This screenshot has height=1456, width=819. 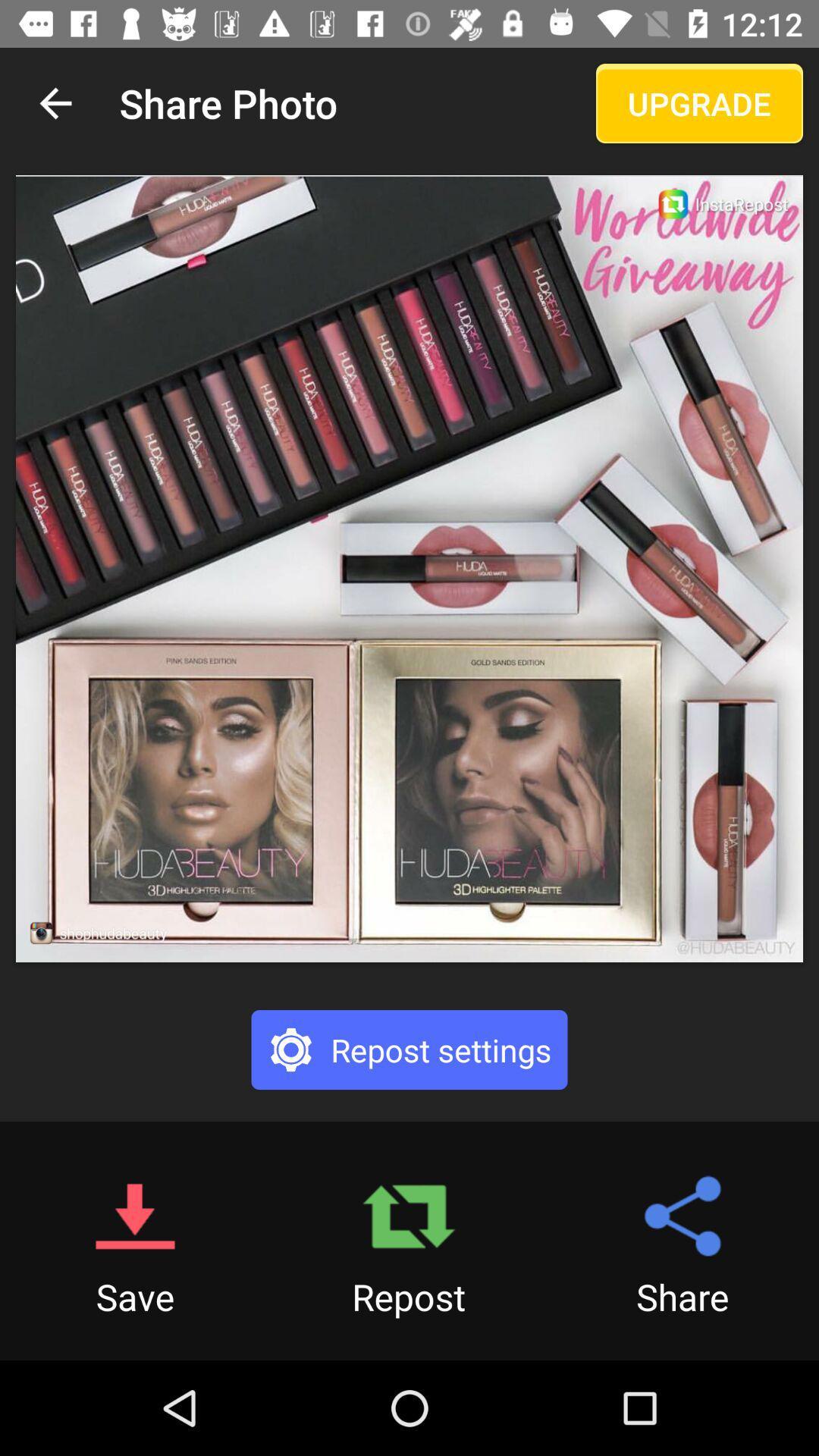 I want to click on the item next to share photo item, so click(x=55, y=102).